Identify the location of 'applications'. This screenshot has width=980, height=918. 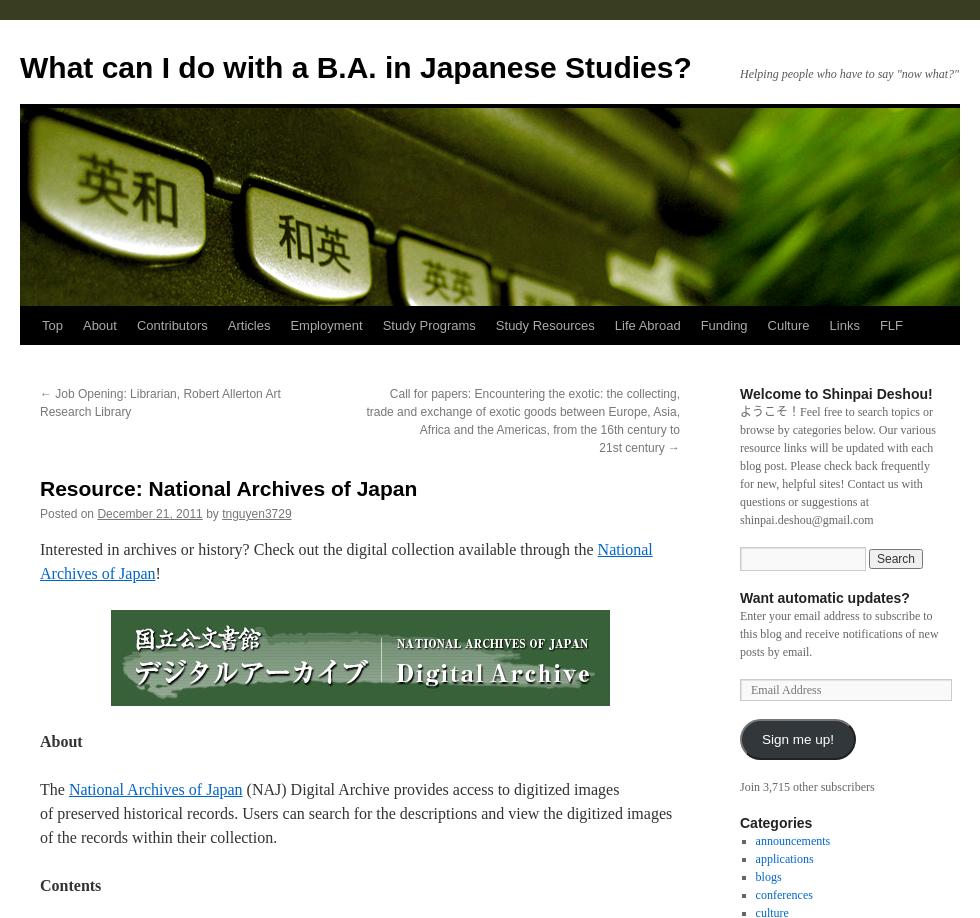
(784, 857).